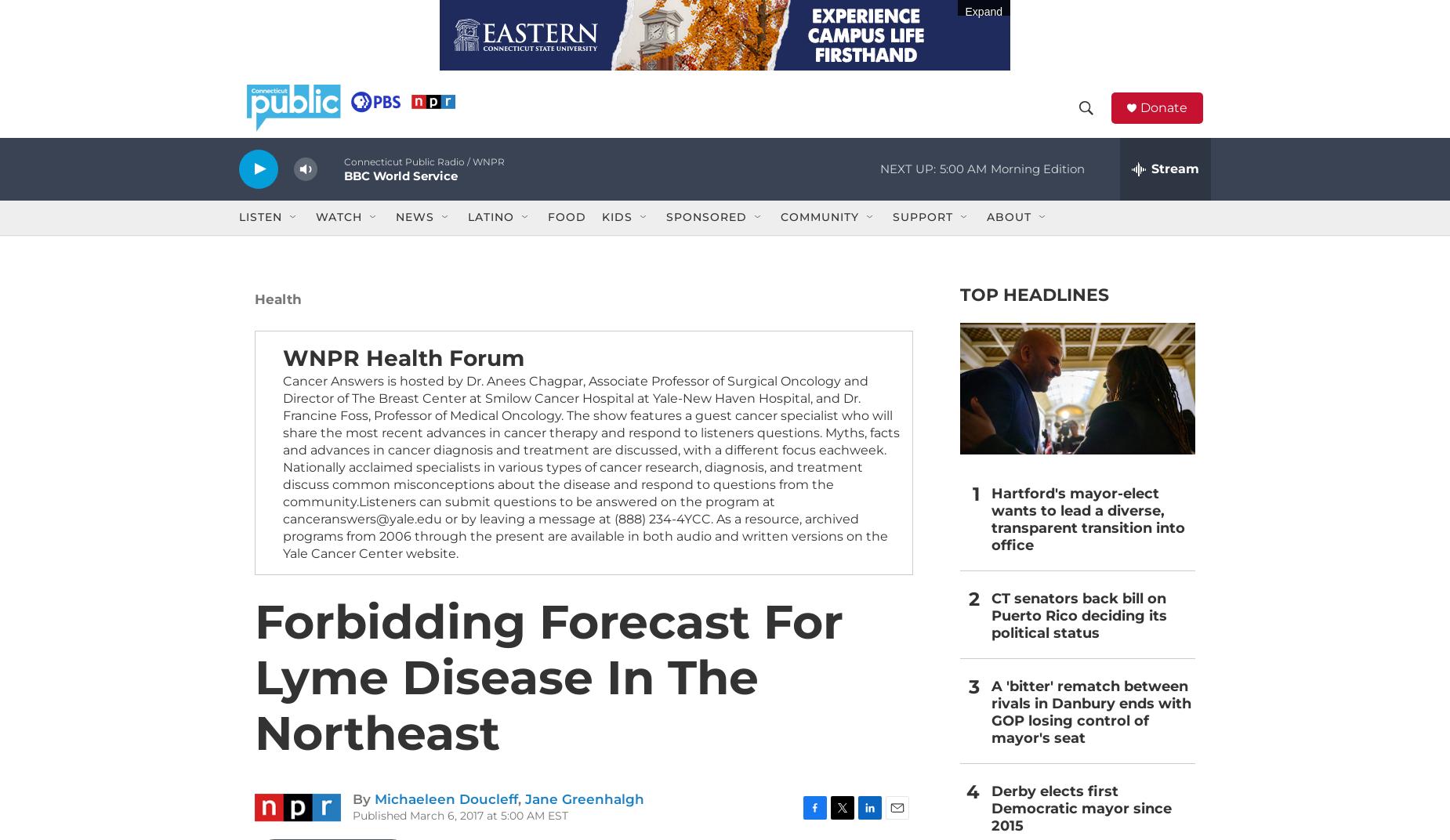 The image size is (1450, 840). I want to click on 'Cancer Answers is hosted by Dr. Anees Chagpar, Associate Professor of Surgical Oncology and Director of The Breast Center at Smilow Cancer Hospital at Yale-New Haven Hospital, and Dr. Francine Foss, Professor of Medical Oncology. The show features a guest cancer specialist who will share the most recent advances in cancer therapy and respond to listeners questions. Myths, facts and advances in cancer diagnosis and treatment are discussed, with a different focus eachweek. Nationally acclaimed specialists in various types of cancer research, diagnosis, and treatment discuss common misconceptions about the disease and respond to questions from the community.Listeners can submit questions to be answered on the program at canceranswers@yale.edu or by leaving a message at (888) 234-4YCC. As a resource, archived programs from 2006 through the present are available in both audio and written versions on the Yale Cancer Center website.', so click(591, 490).